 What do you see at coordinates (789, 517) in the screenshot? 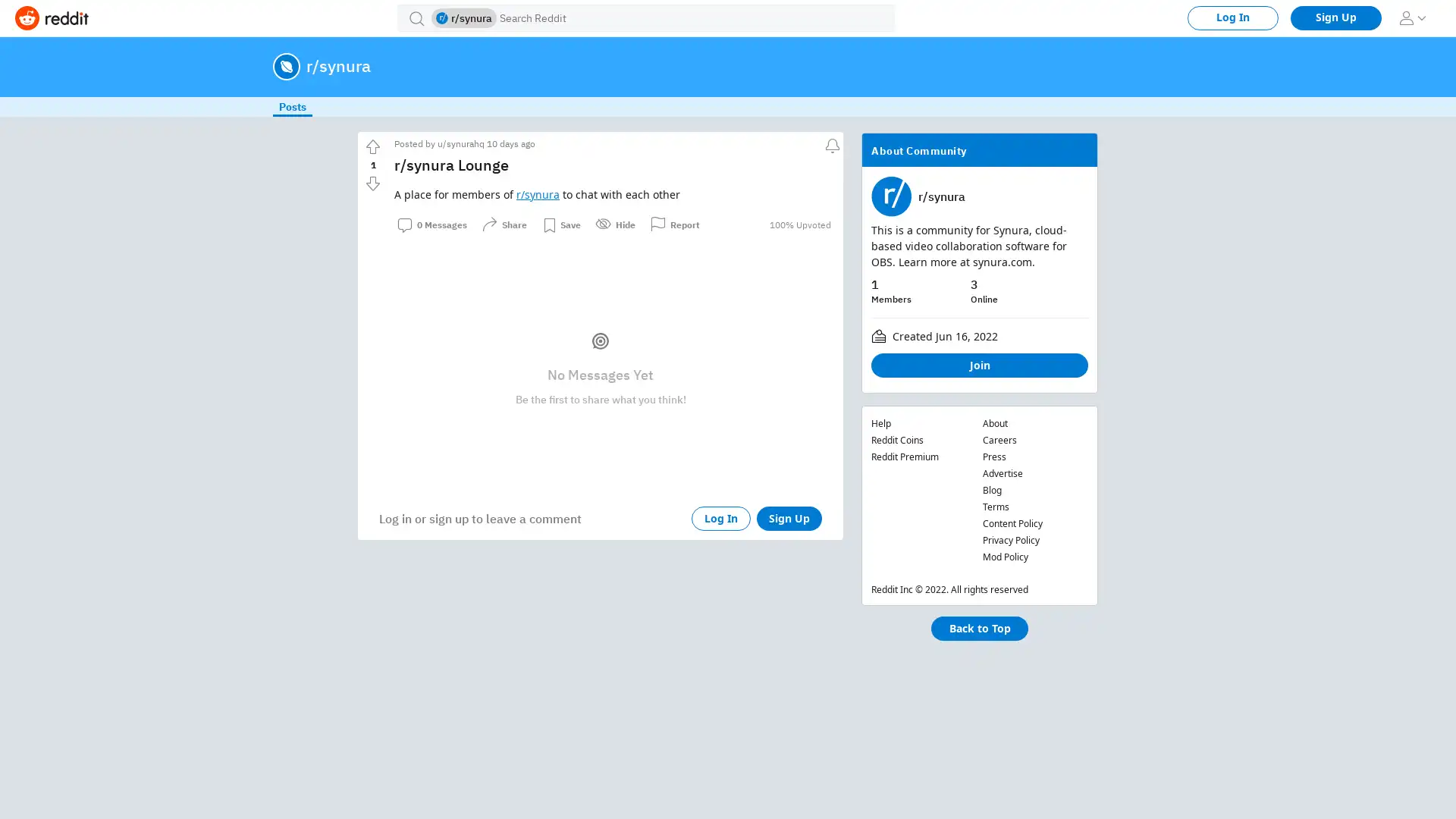
I see `Sign Up` at bounding box center [789, 517].